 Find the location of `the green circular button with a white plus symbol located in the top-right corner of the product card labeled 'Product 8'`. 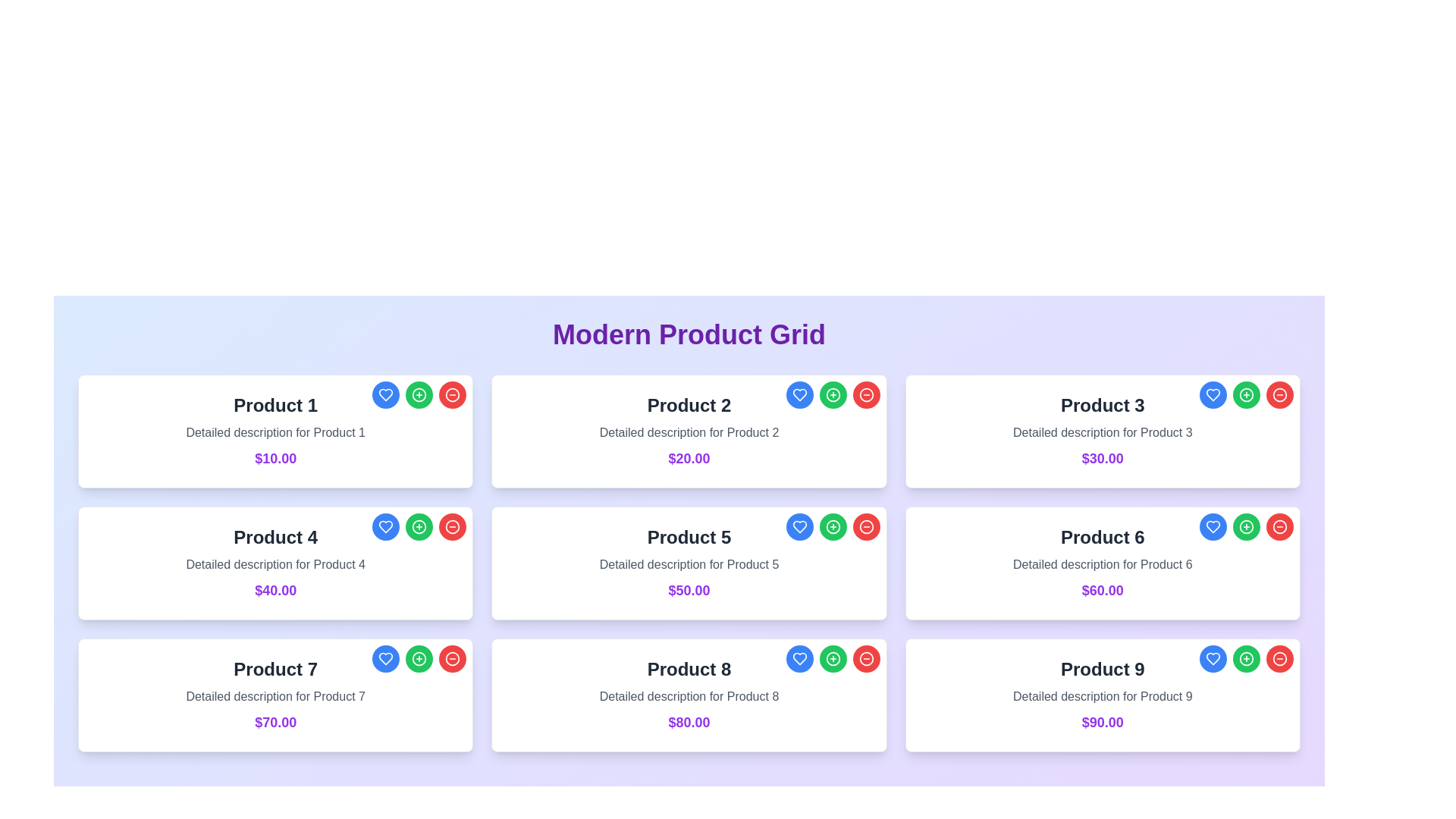

the green circular button with a white plus symbol located in the top-right corner of the product card labeled 'Product 8' is located at coordinates (832, 657).